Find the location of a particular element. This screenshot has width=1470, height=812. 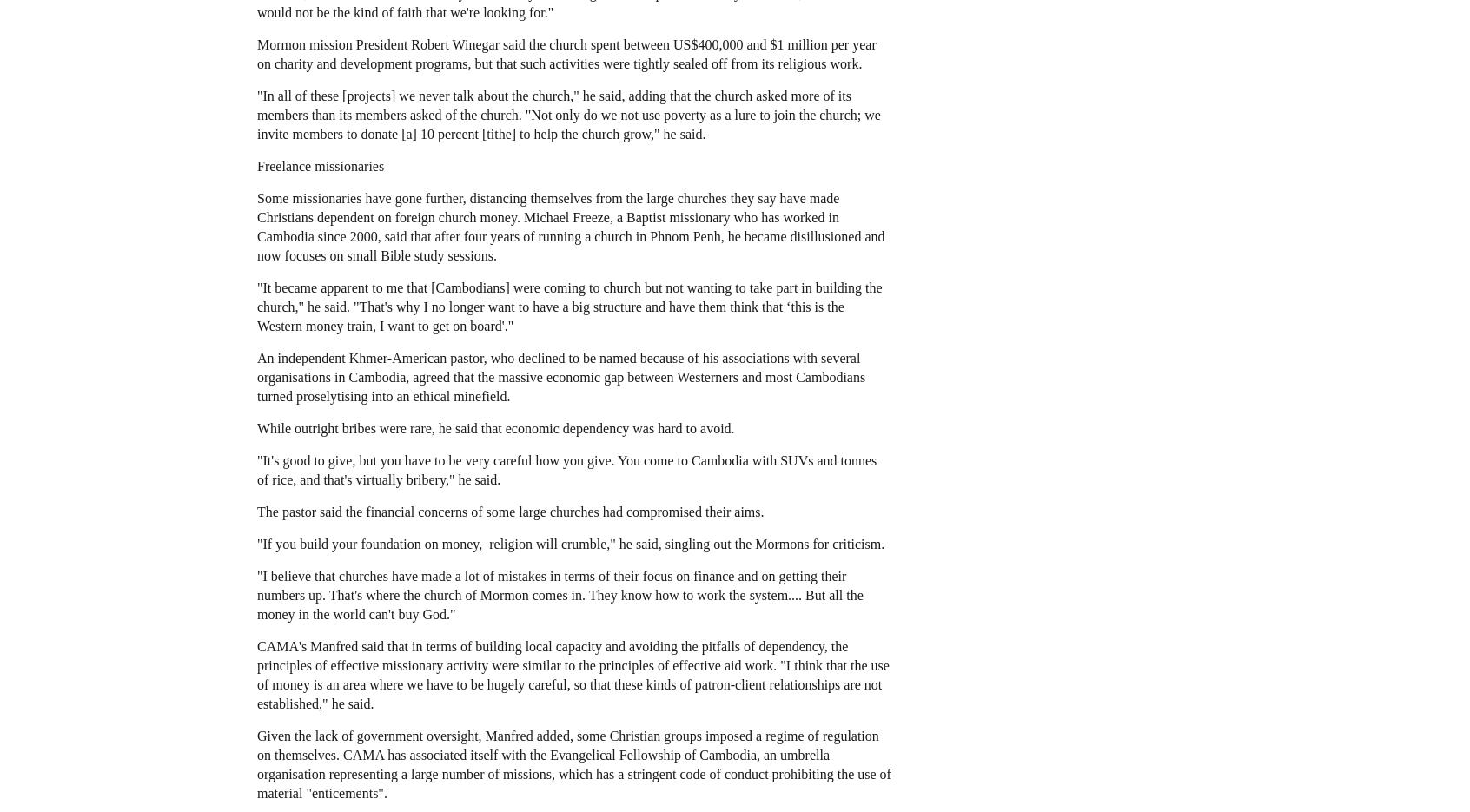

'Some missionaries have gone further, distancing themselves from the large churches they say have made Christians dependent on foreign church money. Michael Freeze, a Baptist missionary who has worked in Cambodia since 2000, said that after four years of running a church in Phnom Penh, he became disillusioned and now focuses on small Bible study sessions.' is located at coordinates (571, 225).